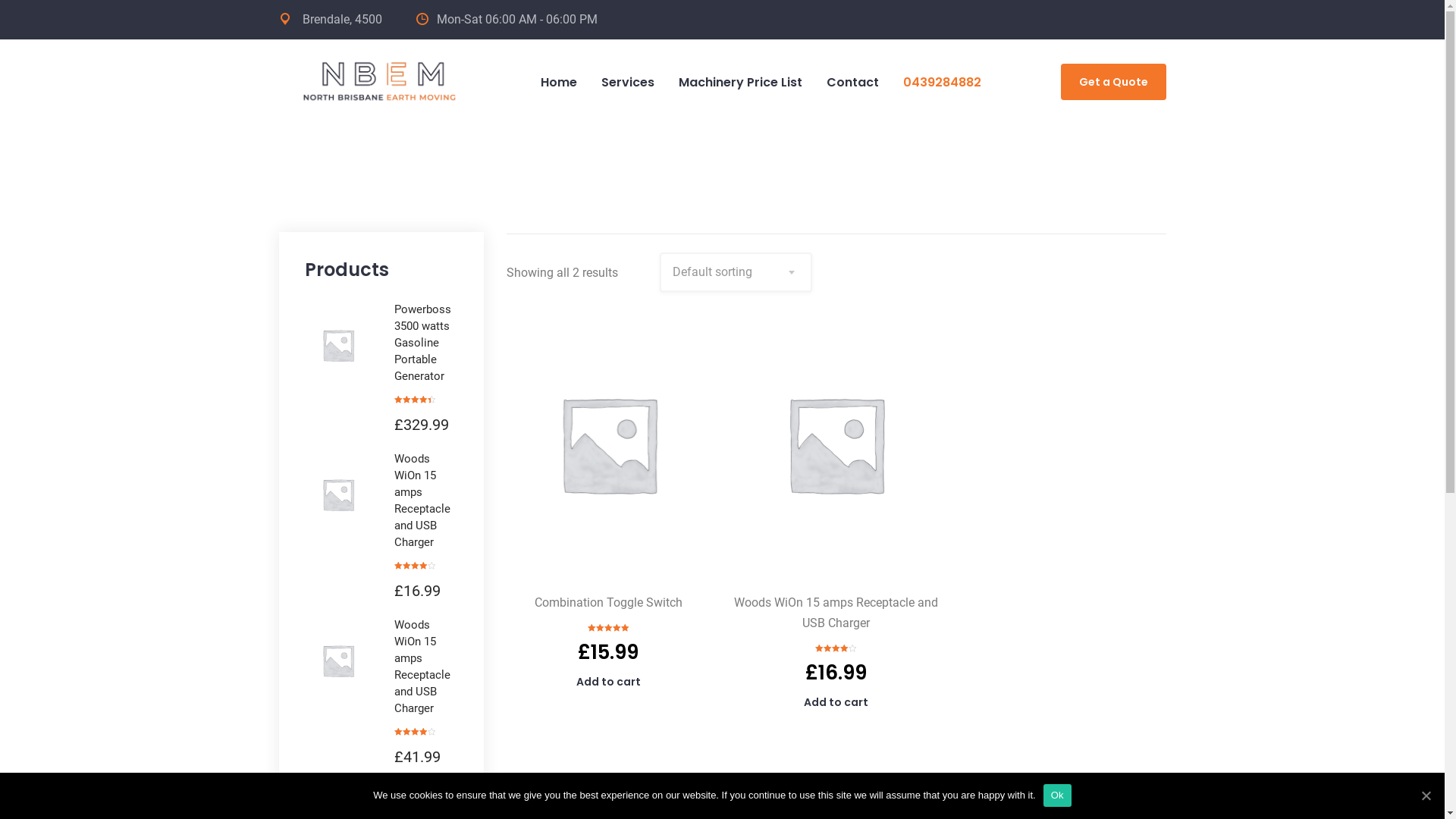 The image size is (1456, 819). What do you see at coordinates (940, 82) in the screenshot?
I see `'0439284882'` at bounding box center [940, 82].